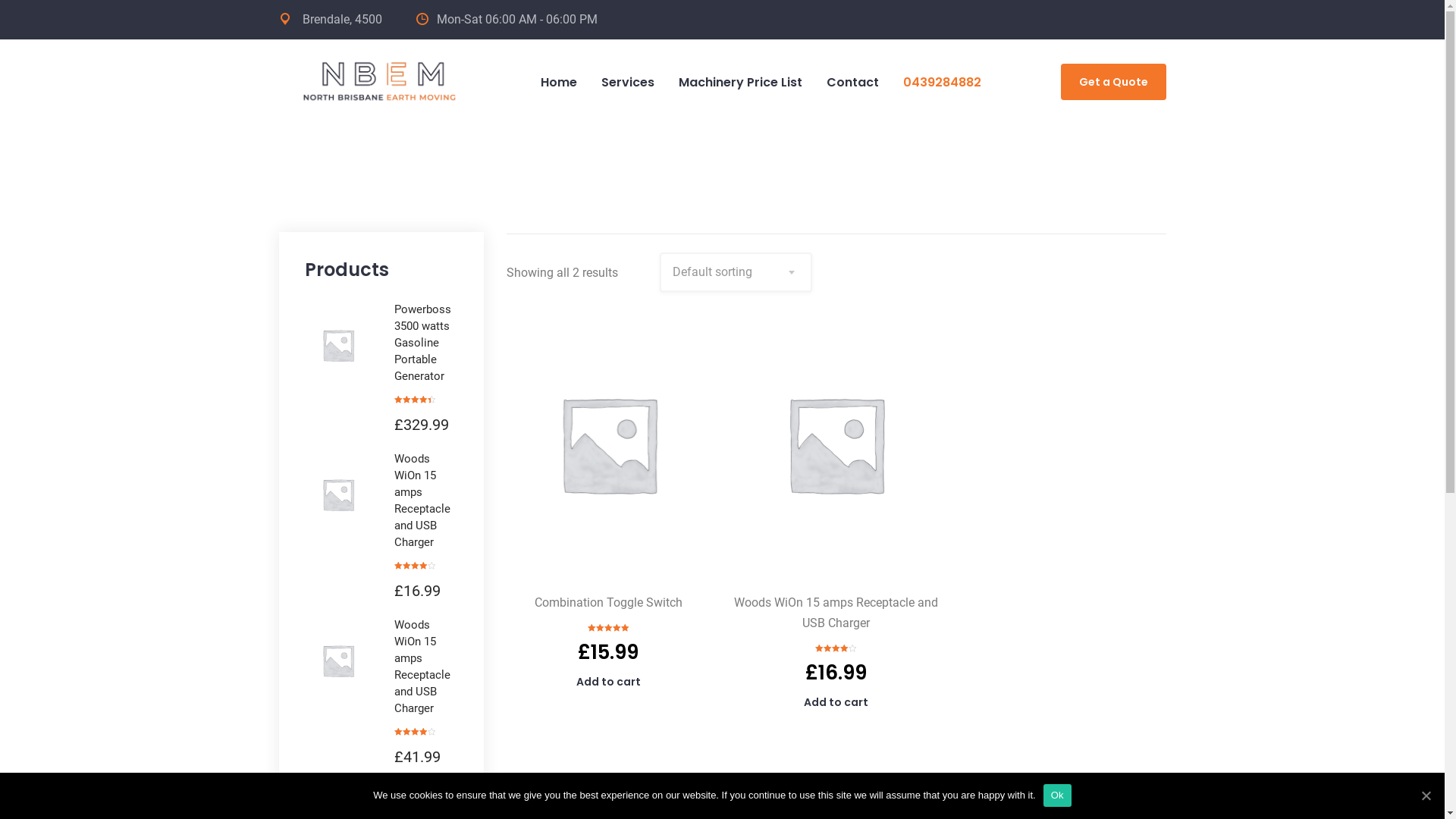 The image size is (1456, 819). What do you see at coordinates (940, 82) in the screenshot?
I see `'0439284882'` at bounding box center [940, 82].